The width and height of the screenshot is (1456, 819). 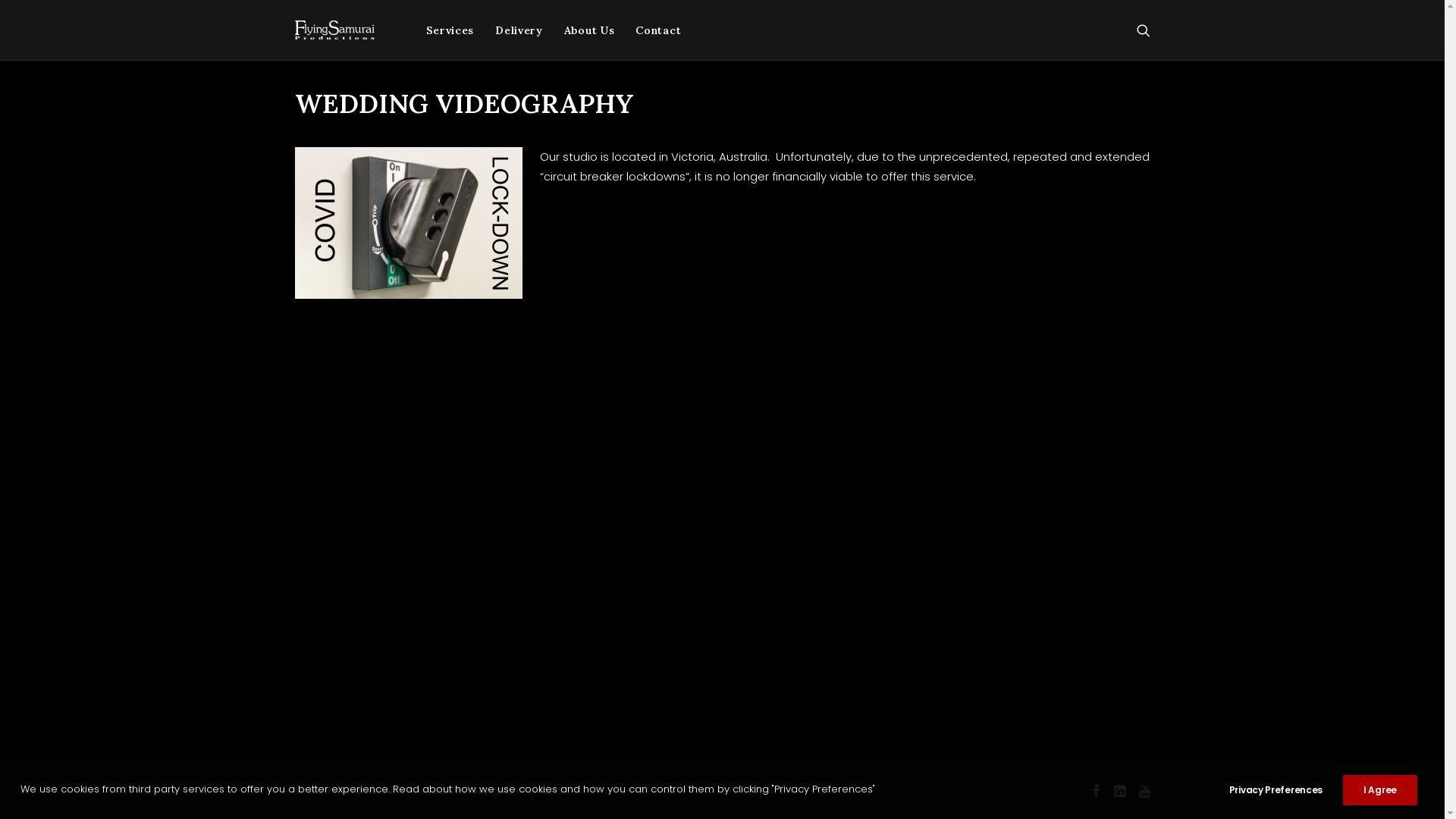 What do you see at coordinates (483, 30) in the screenshot?
I see `'Delivery'` at bounding box center [483, 30].